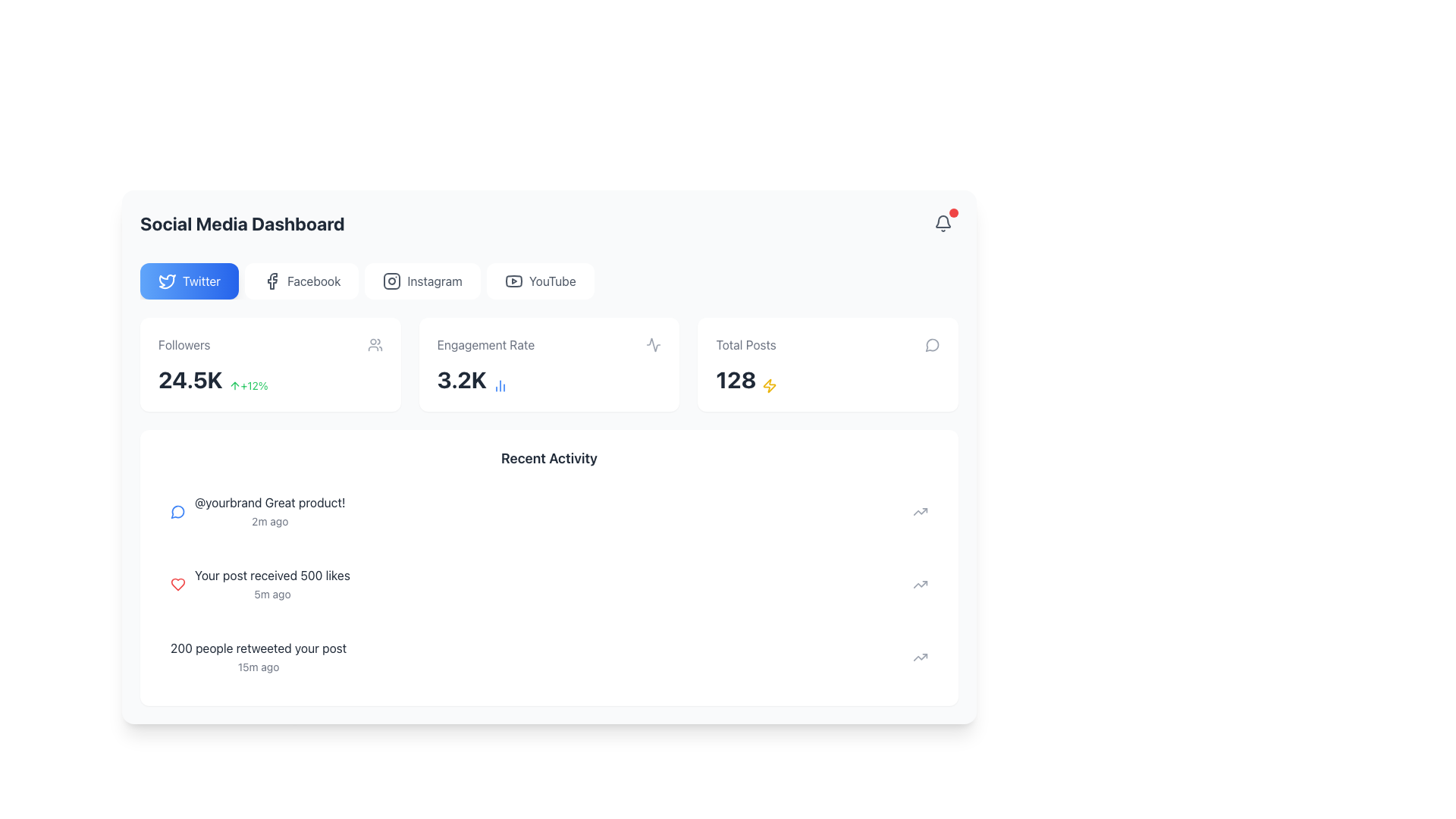 The image size is (1456, 819). Describe the element at coordinates (270, 503) in the screenshot. I see `the text snippet '@yourbrand Great product!' in the 'Recent Activity' section, which is styled in dark gray font and positioned above the timestamp` at that location.